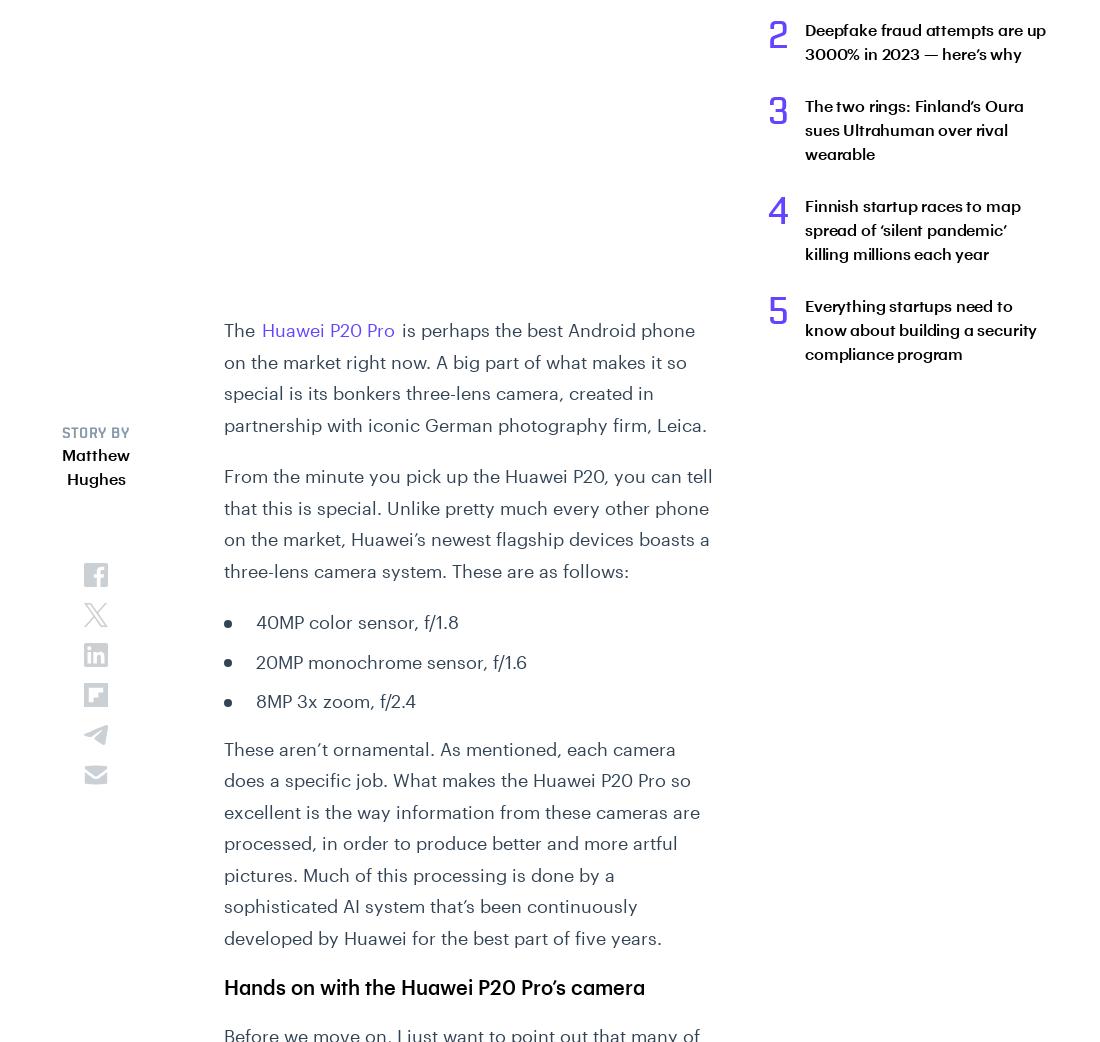 The width and height of the screenshot is (1100, 1042). What do you see at coordinates (778, 35) in the screenshot?
I see `'2'` at bounding box center [778, 35].